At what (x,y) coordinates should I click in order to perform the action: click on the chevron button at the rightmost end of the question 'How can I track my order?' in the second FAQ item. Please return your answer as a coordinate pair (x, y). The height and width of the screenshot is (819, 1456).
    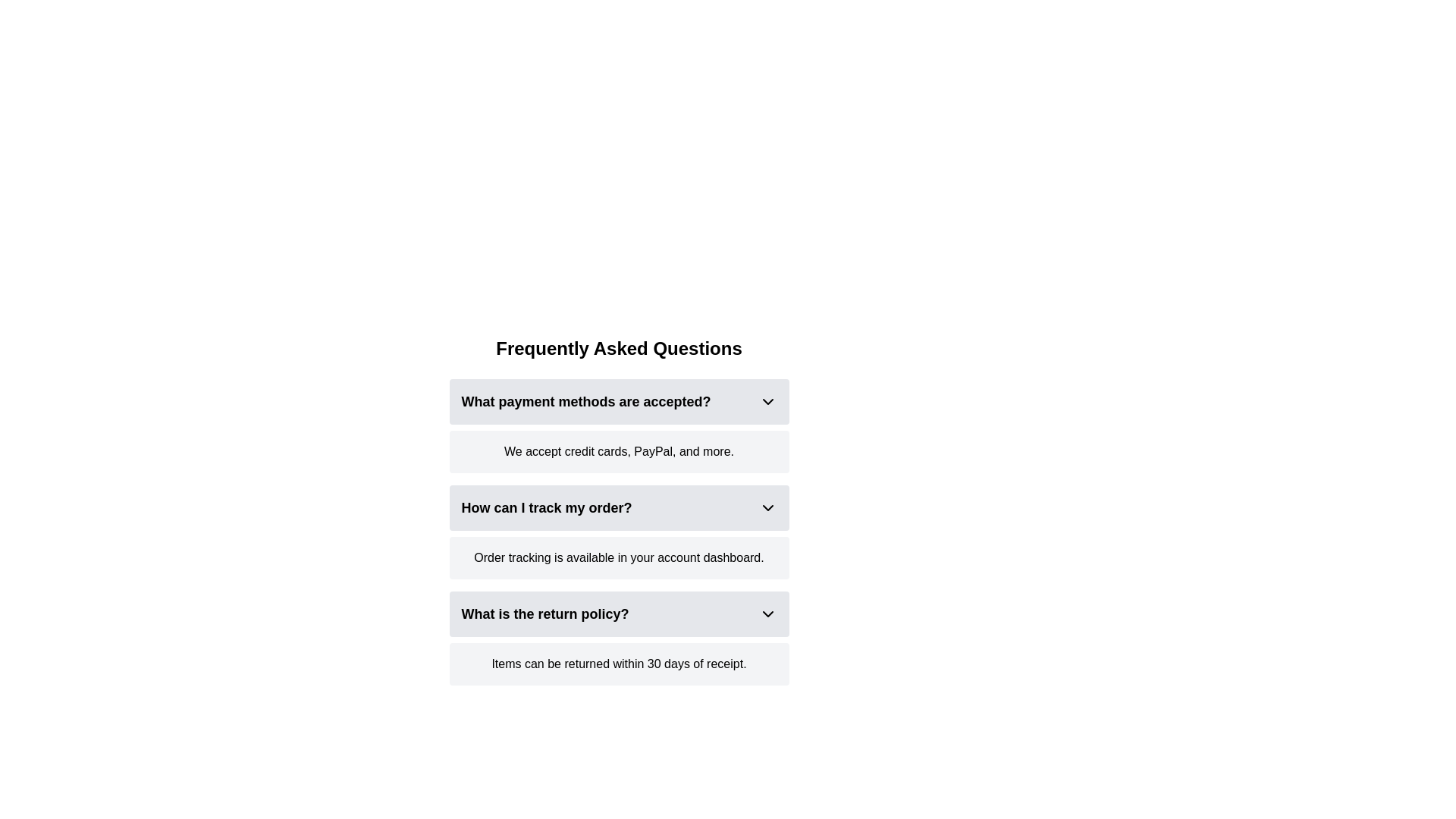
    Looking at the image, I should click on (767, 508).